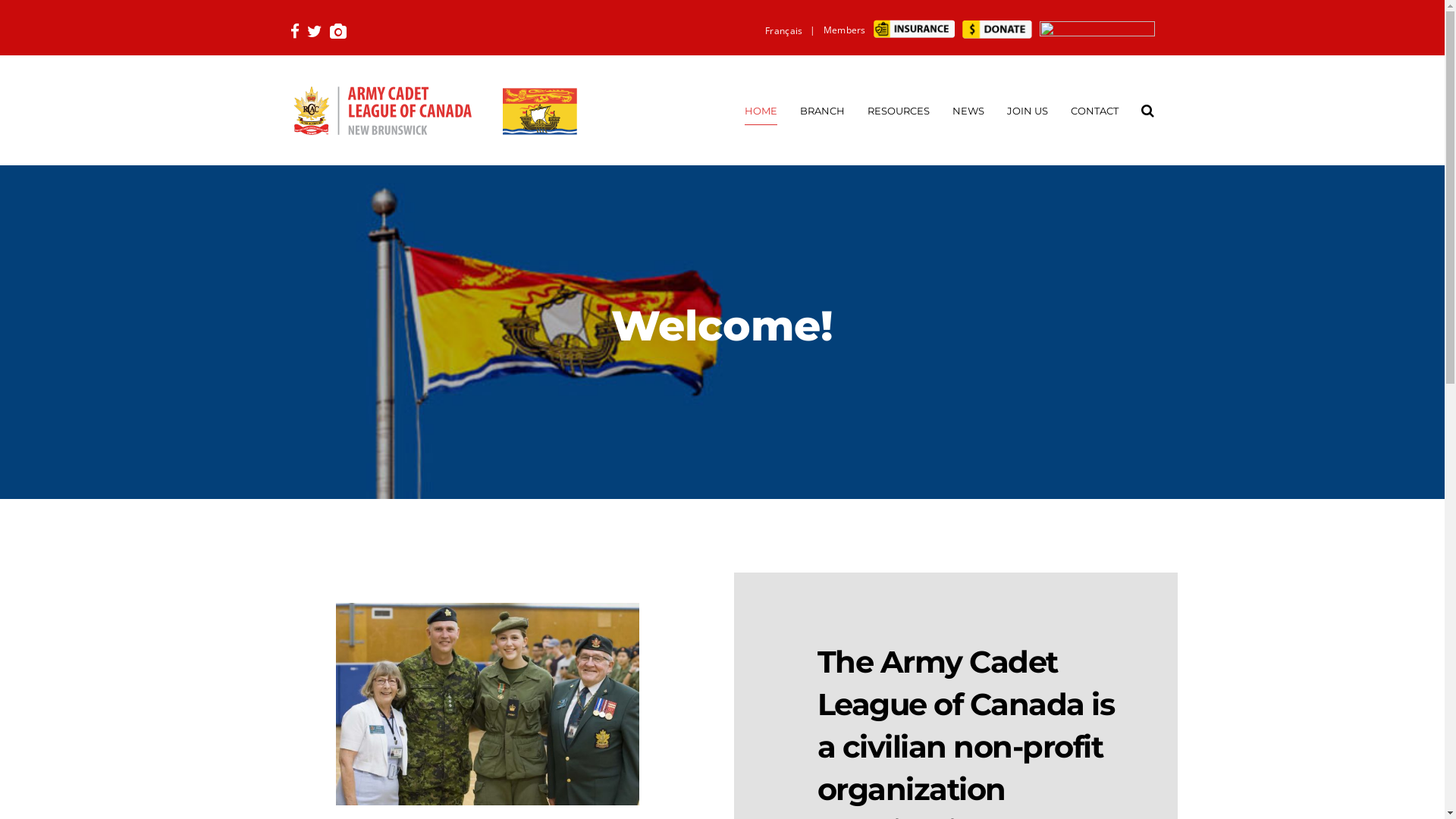  I want to click on 'BRANCH', so click(821, 109).